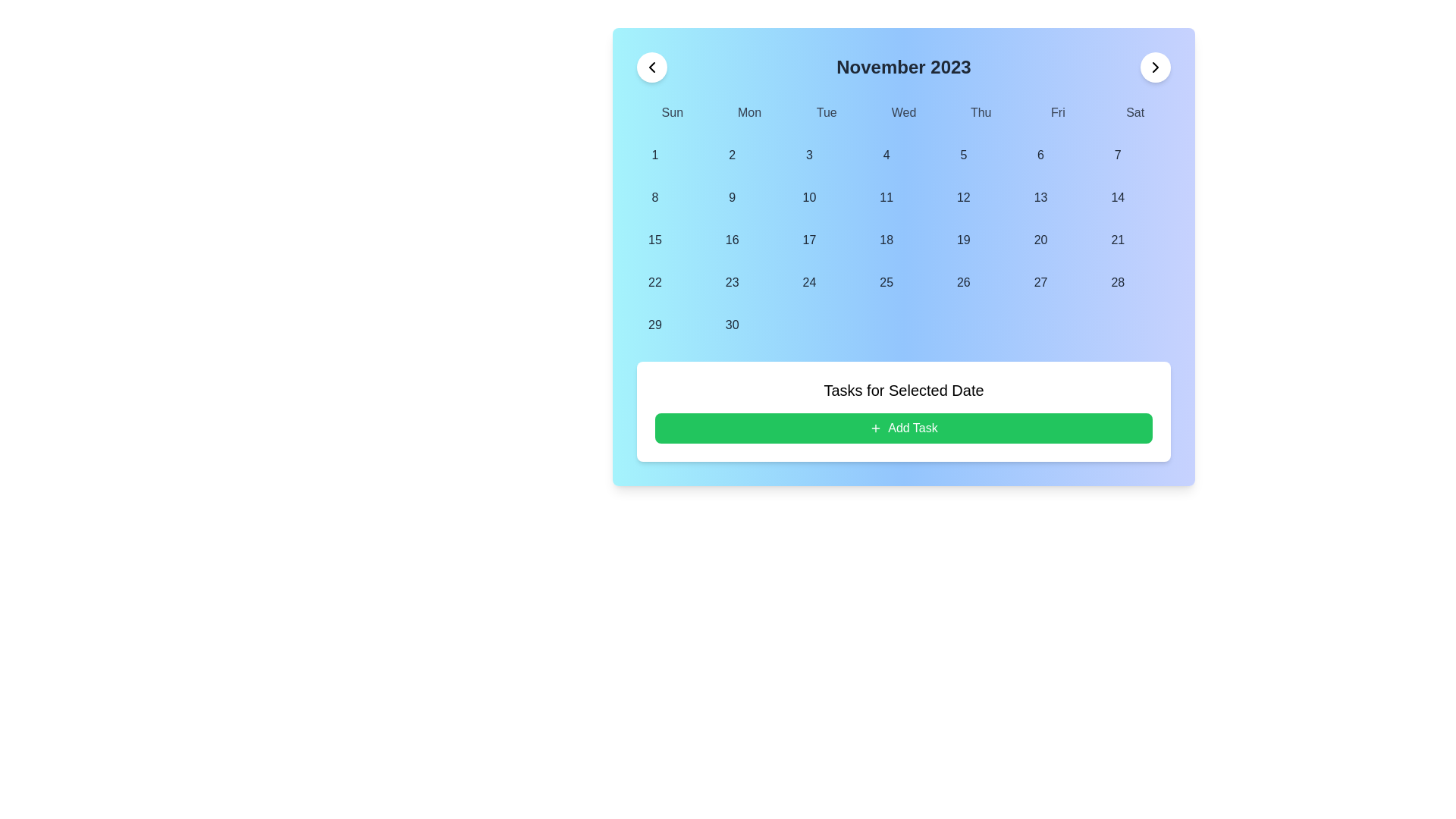 Image resolution: width=1456 pixels, height=819 pixels. Describe the element at coordinates (655, 283) in the screenshot. I see `the button representing the 22nd day of the month in the calendar interface` at that location.